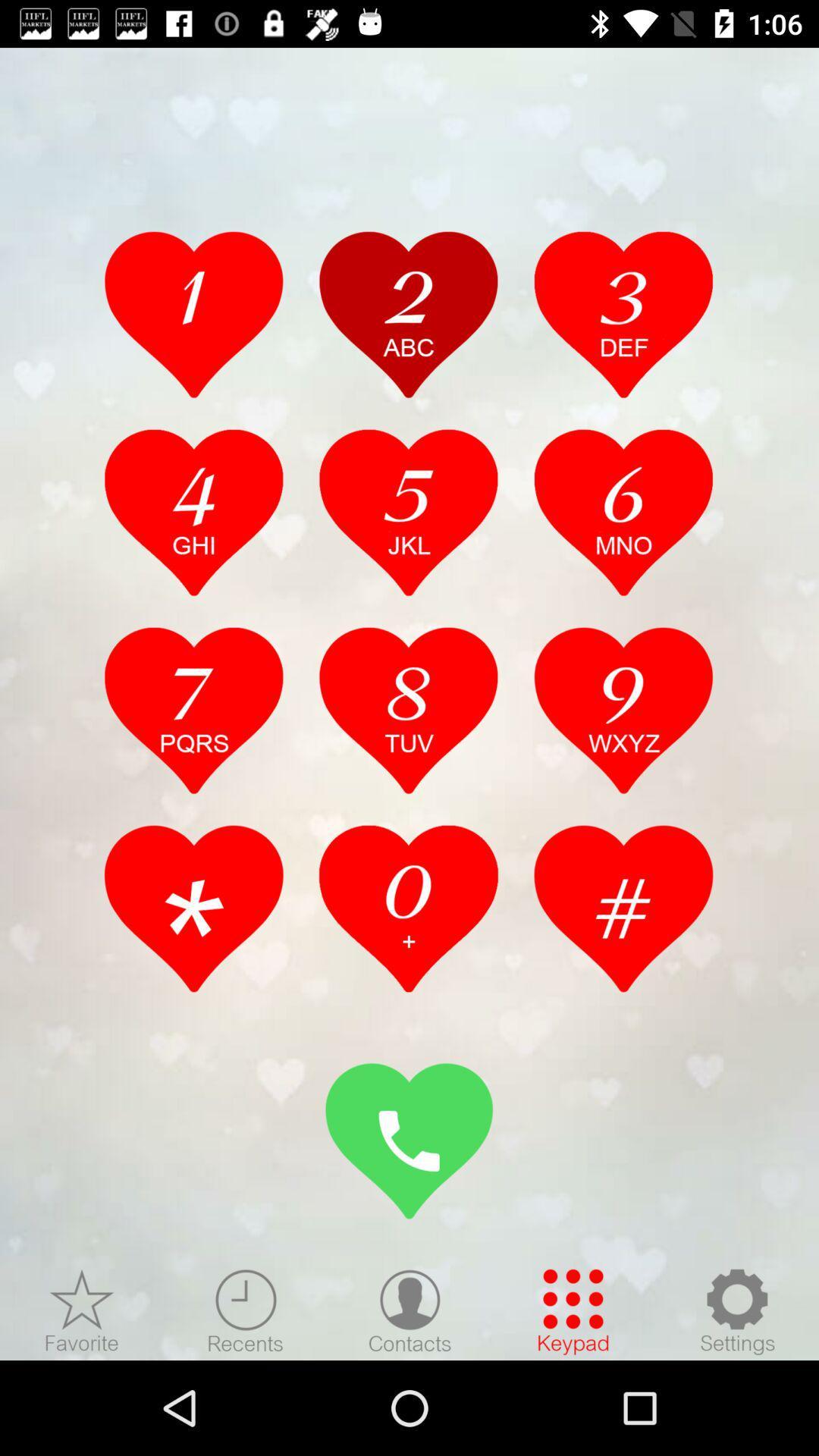  Describe the element at coordinates (736, 1310) in the screenshot. I see `the settings icon` at that location.